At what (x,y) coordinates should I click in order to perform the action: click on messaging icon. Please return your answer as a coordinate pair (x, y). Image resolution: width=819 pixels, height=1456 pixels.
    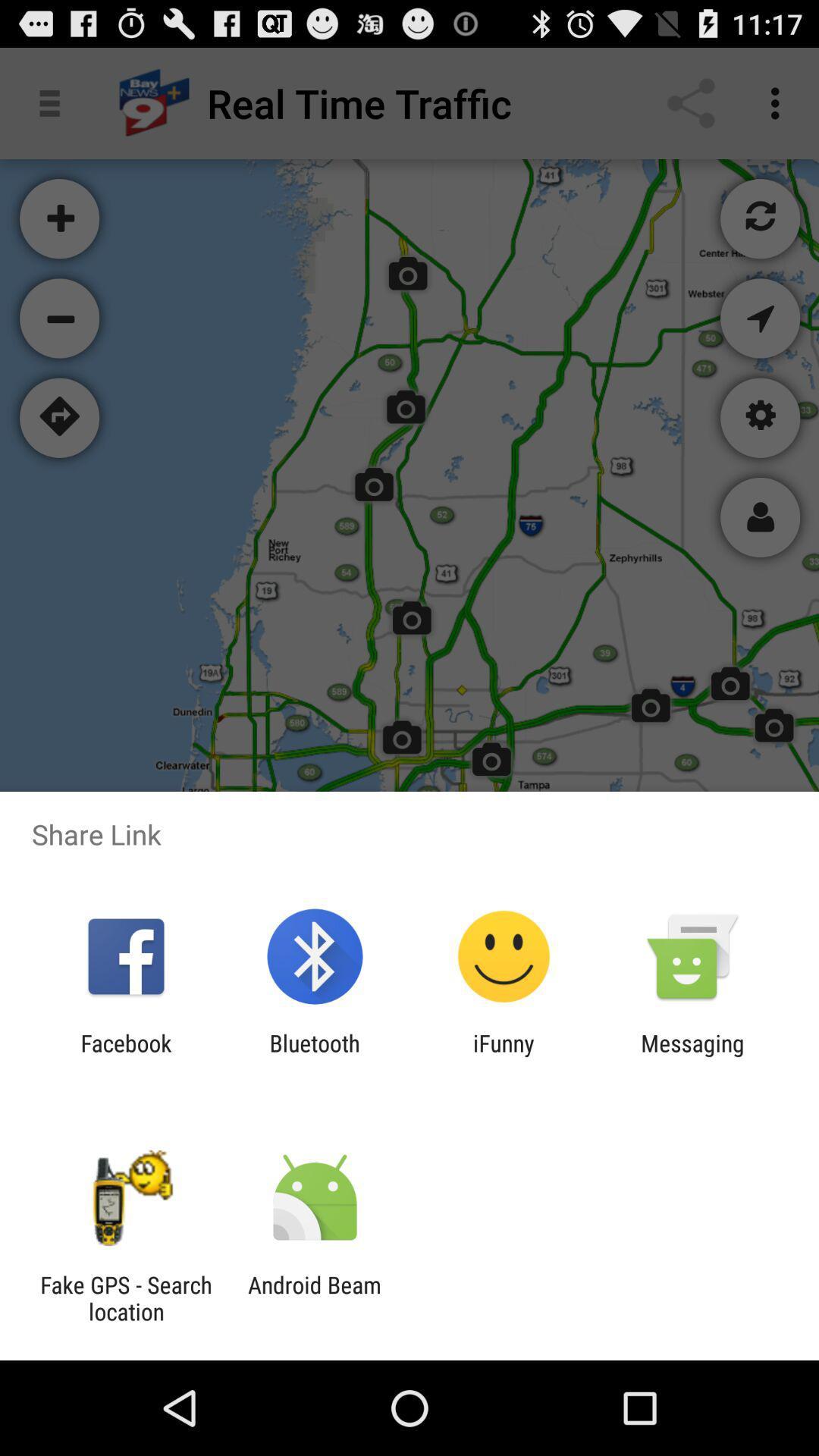
    Looking at the image, I should click on (692, 1056).